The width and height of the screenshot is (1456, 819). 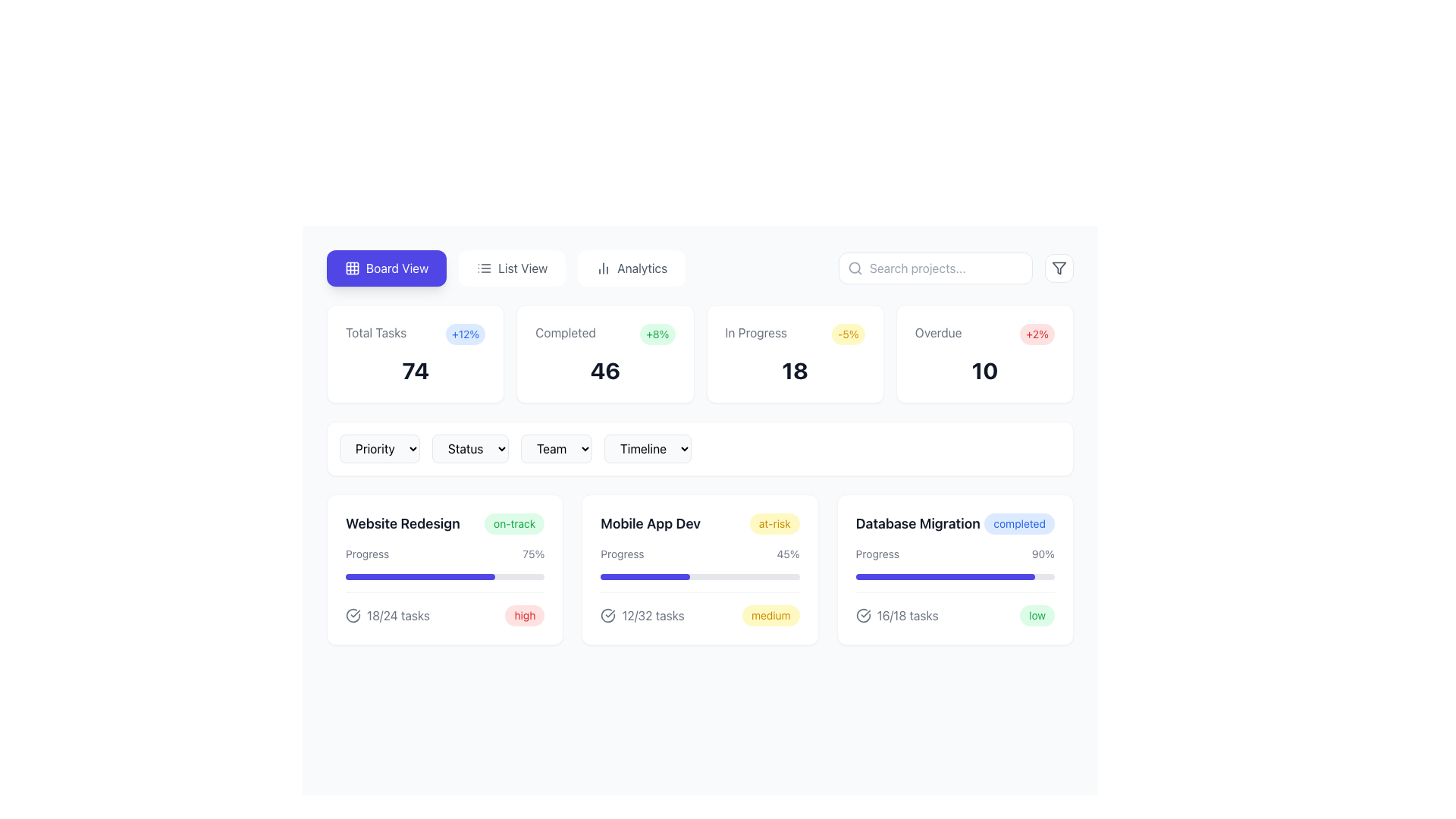 I want to click on the Progress Tracker Widget labeled 'Mobile App Dev', so click(x=699, y=585).